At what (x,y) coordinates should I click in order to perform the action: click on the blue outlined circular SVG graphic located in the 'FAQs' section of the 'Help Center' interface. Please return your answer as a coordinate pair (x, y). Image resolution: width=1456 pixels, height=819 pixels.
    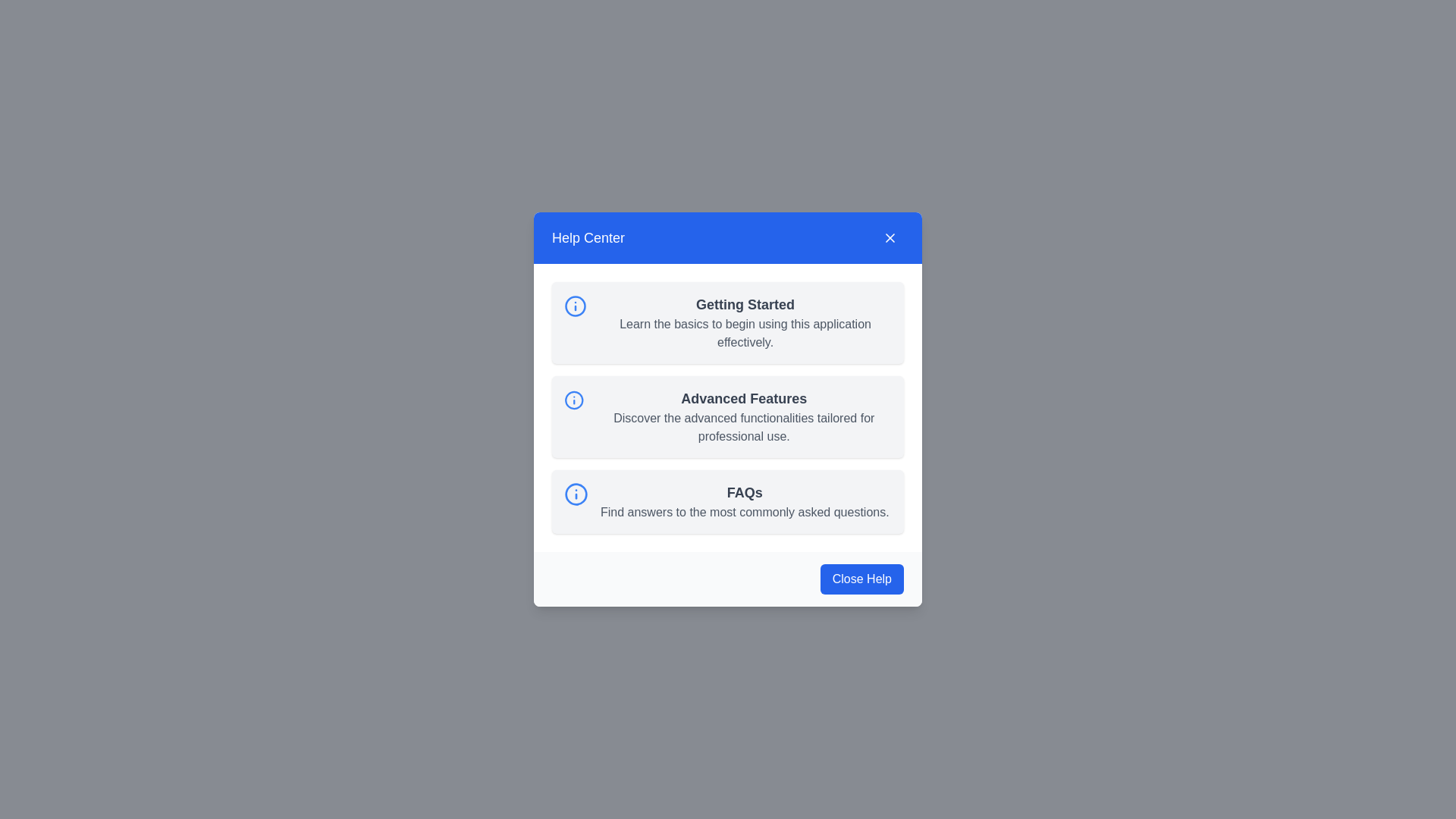
    Looking at the image, I should click on (575, 494).